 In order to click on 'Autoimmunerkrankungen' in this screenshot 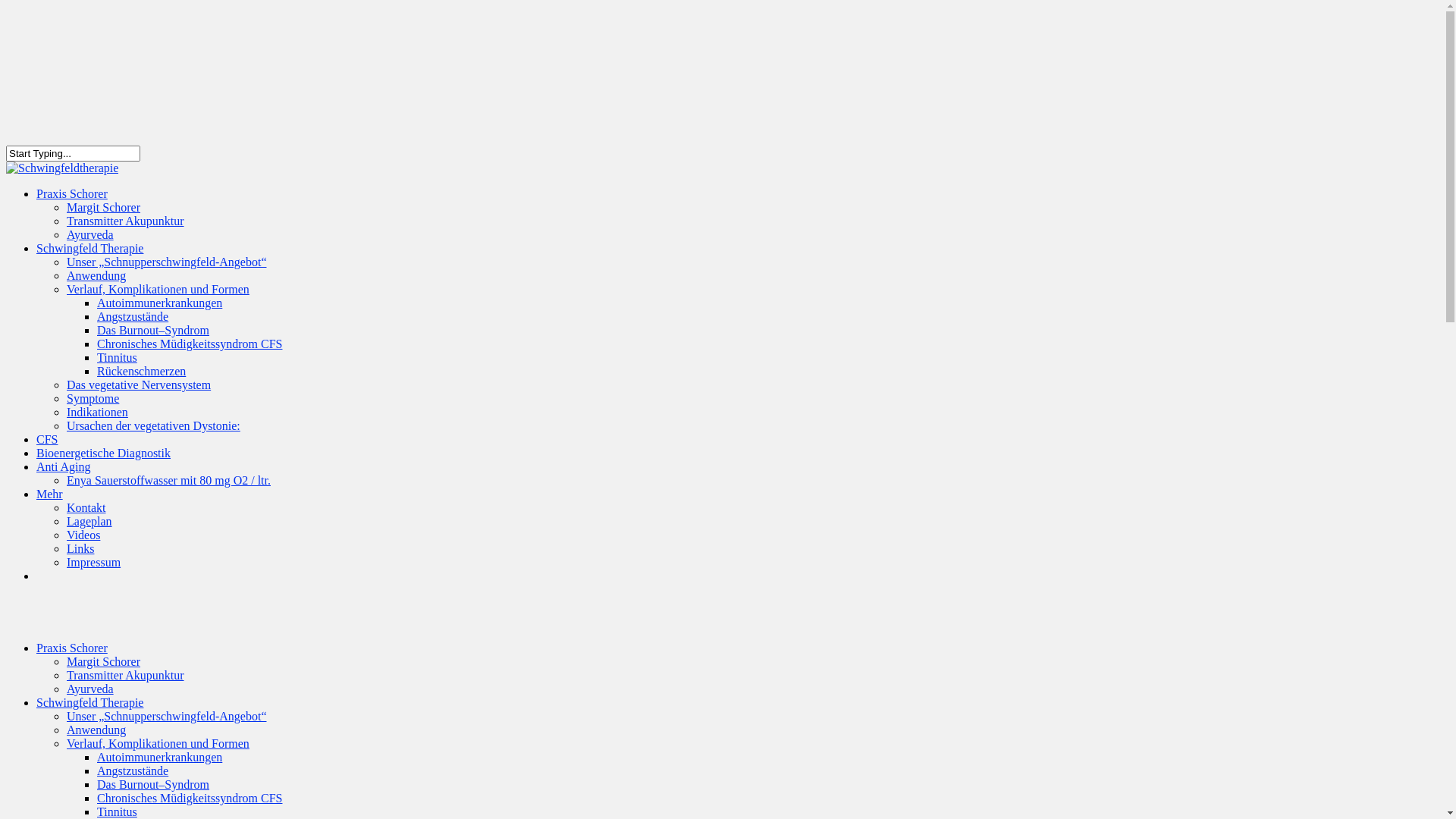, I will do `click(96, 303)`.